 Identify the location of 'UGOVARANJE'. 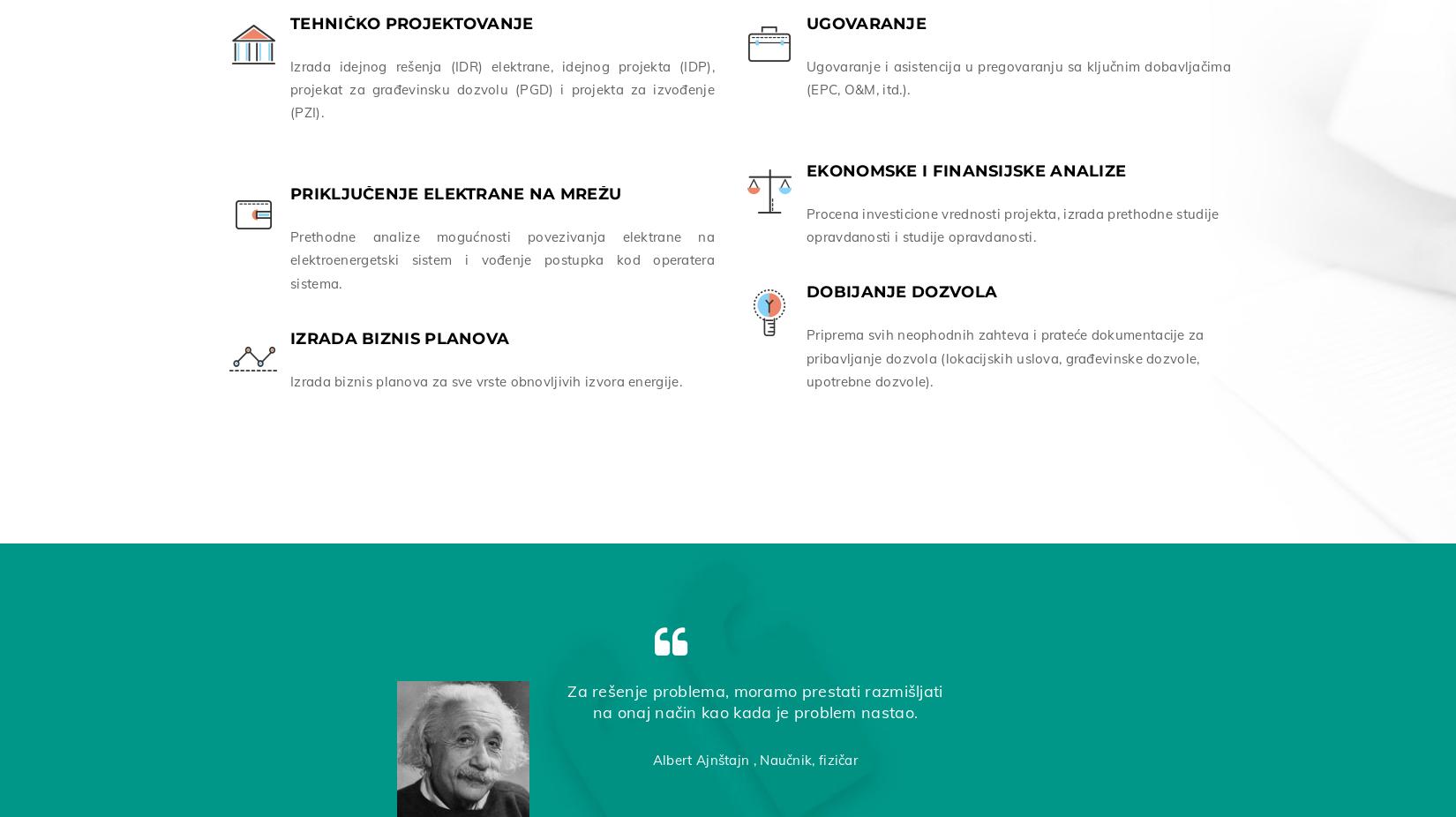
(867, 19).